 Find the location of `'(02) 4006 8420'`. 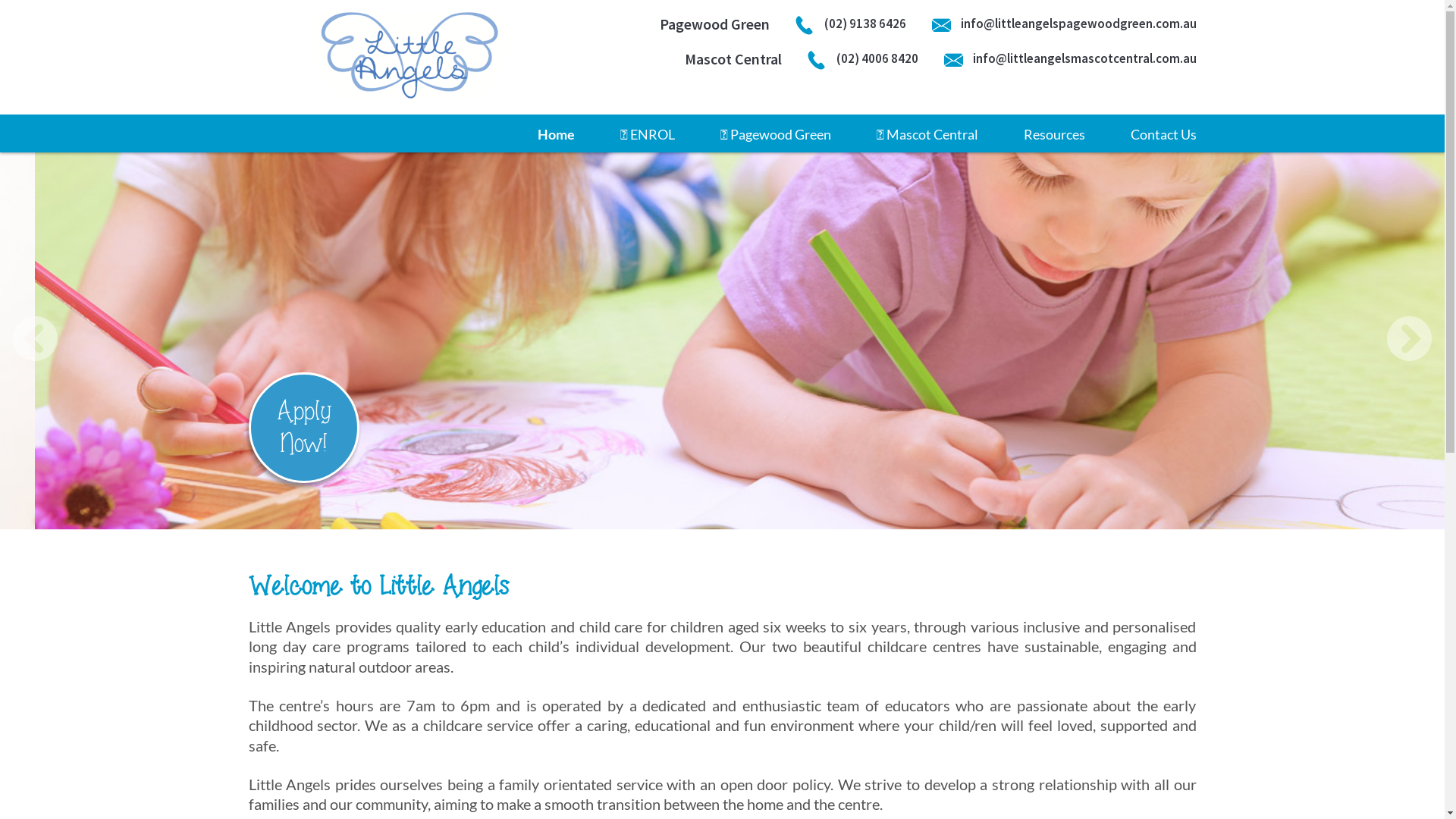

'(02) 4006 8420' is located at coordinates (862, 58).